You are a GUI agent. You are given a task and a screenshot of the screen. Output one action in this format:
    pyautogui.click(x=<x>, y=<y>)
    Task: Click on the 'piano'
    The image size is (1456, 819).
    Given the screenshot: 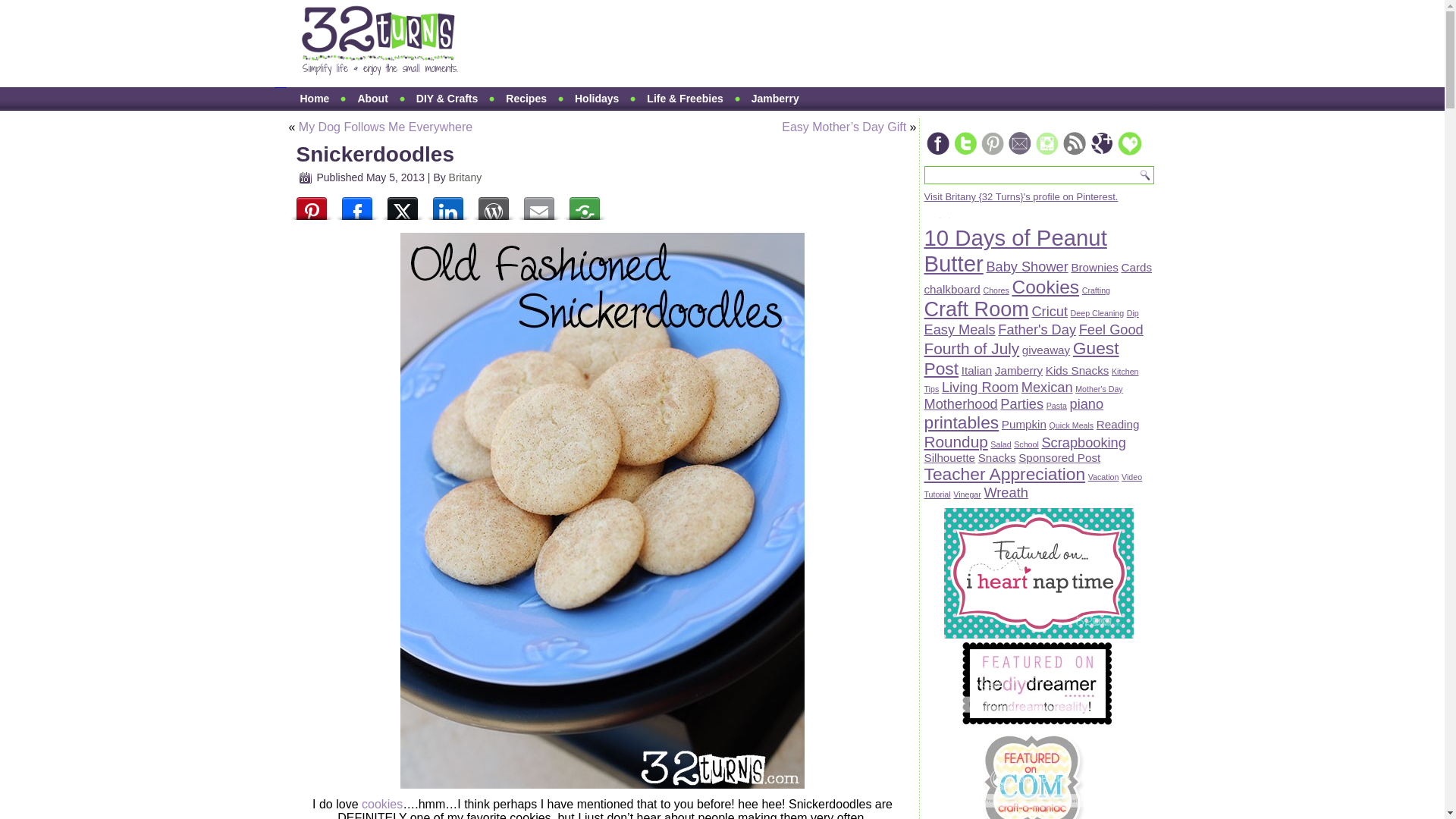 What is the action you would take?
    pyautogui.click(x=1086, y=403)
    